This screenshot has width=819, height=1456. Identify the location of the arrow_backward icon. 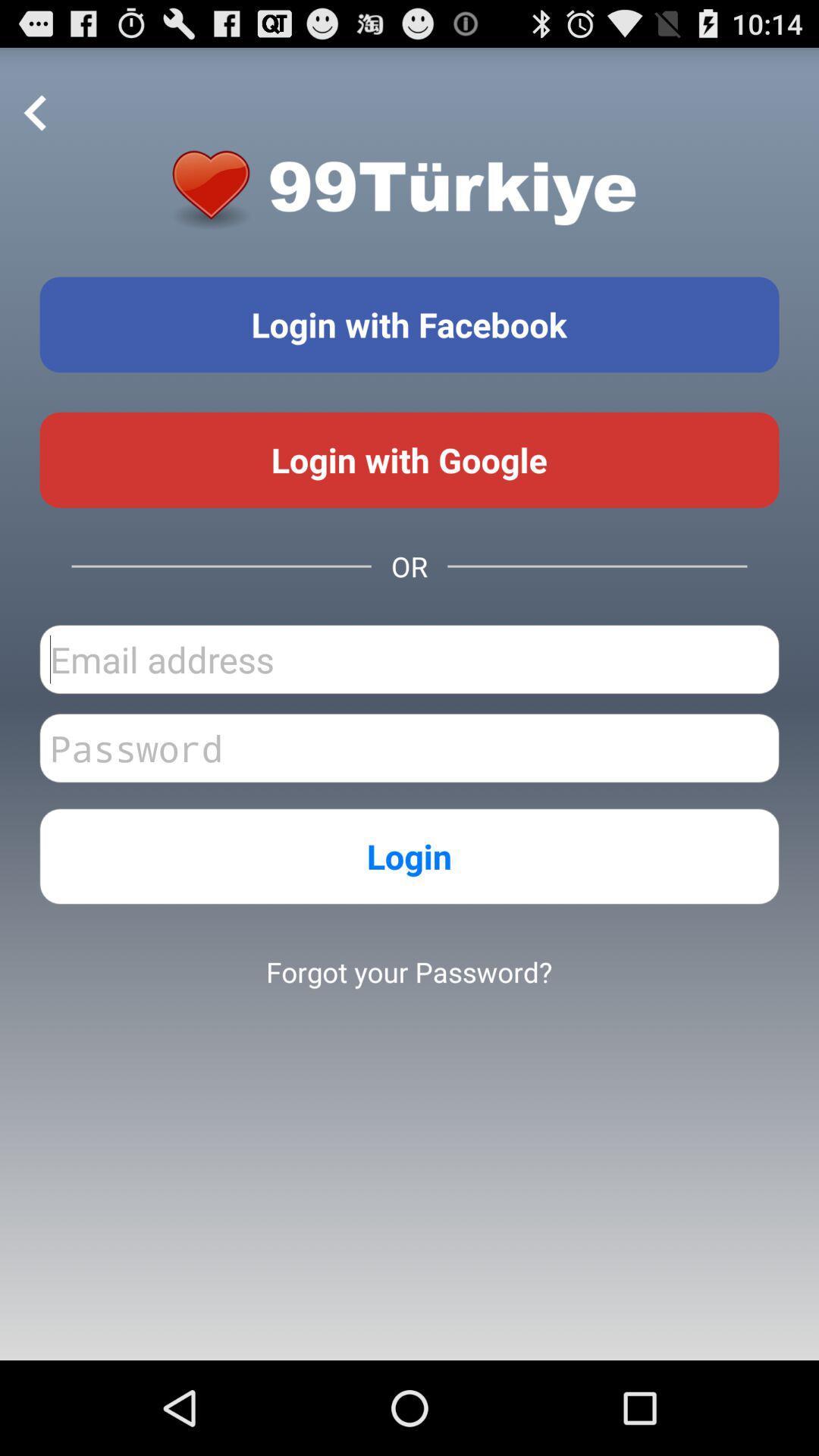
(35, 121).